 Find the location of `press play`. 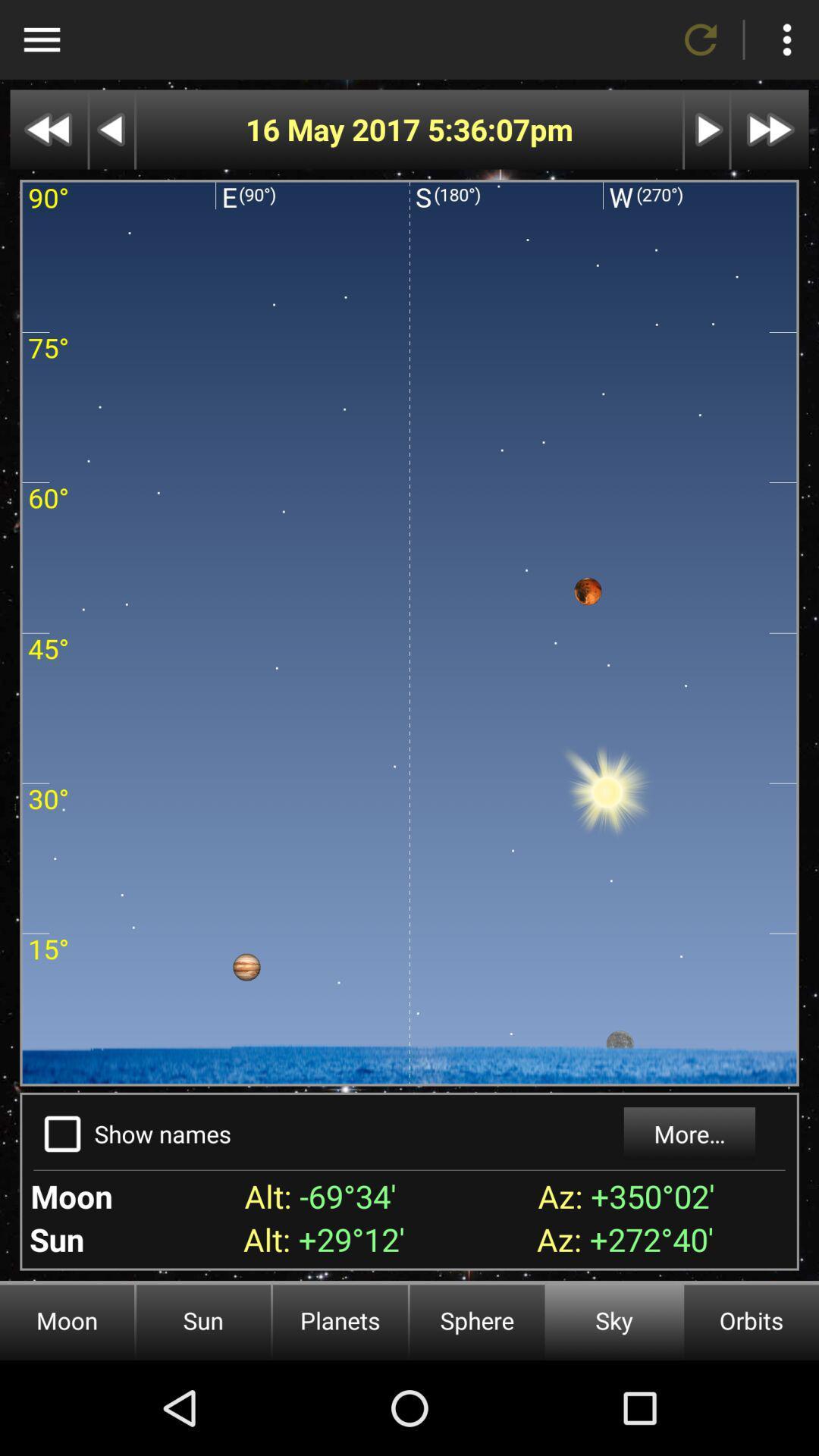

press play is located at coordinates (707, 130).